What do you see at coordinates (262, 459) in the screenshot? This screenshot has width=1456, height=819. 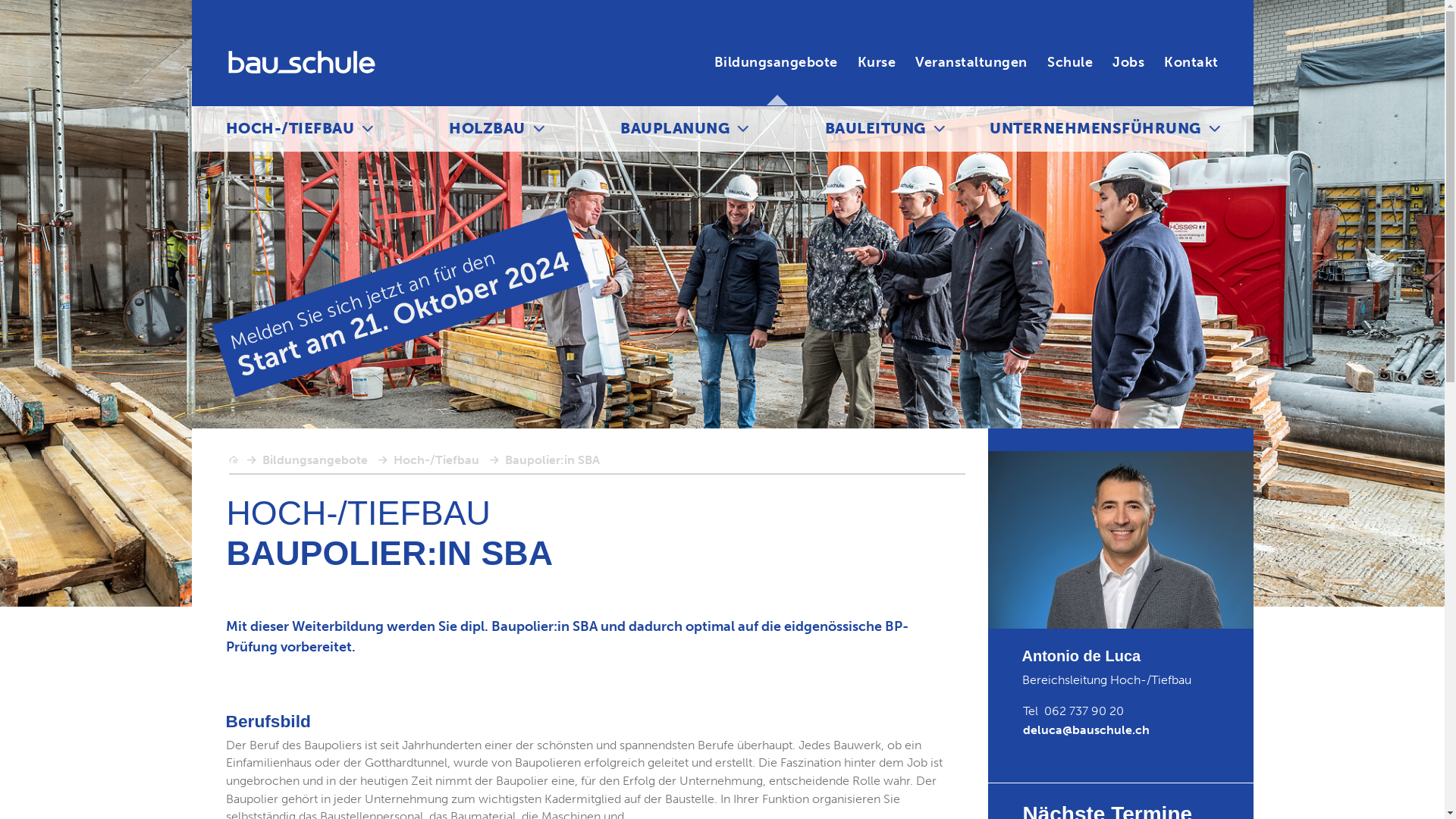 I see `'Bildungsangebote'` at bounding box center [262, 459].